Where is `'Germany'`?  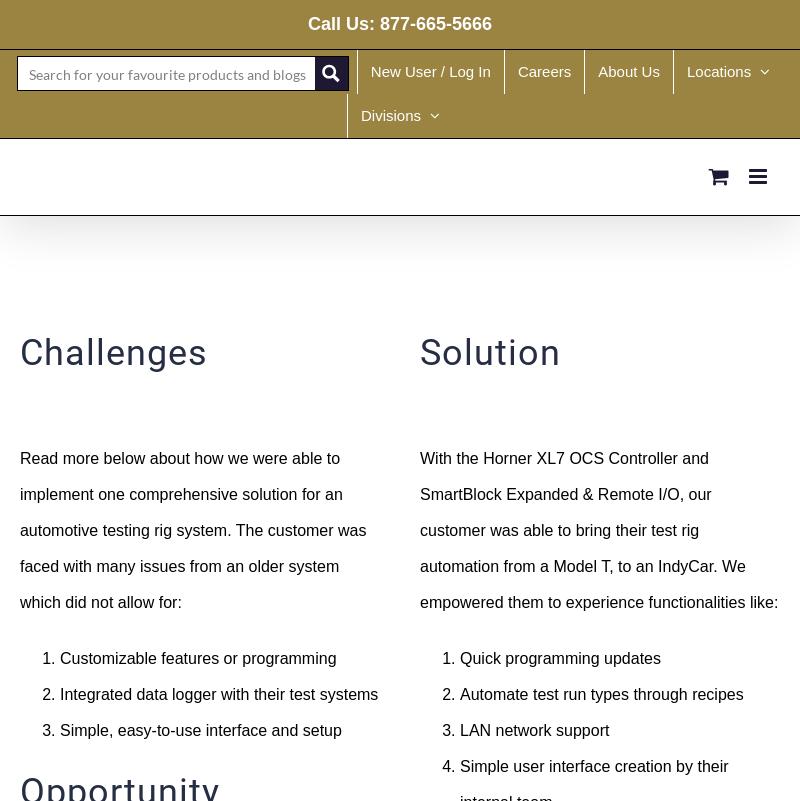 'Germany' is located at coordinates (683, 173).